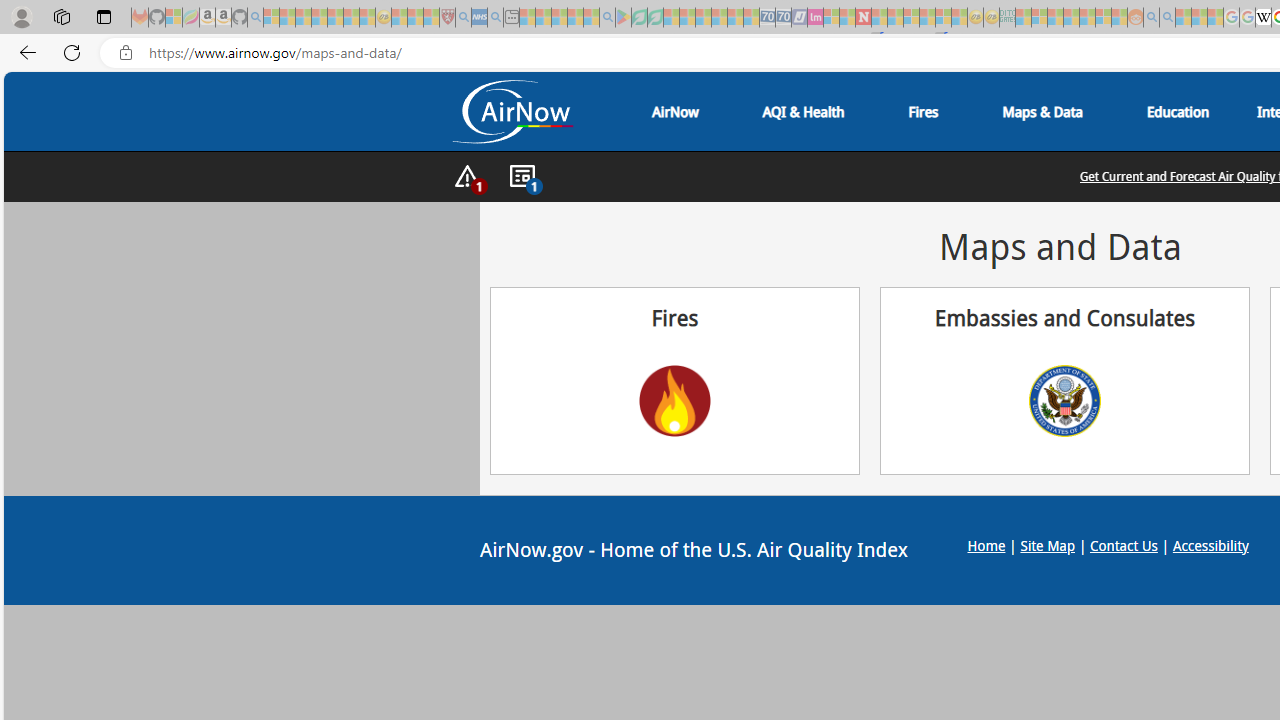 The height and width of the screenshot is (720, 1280). I want to click on 'Fires Fire Icon', so click(675, 380).